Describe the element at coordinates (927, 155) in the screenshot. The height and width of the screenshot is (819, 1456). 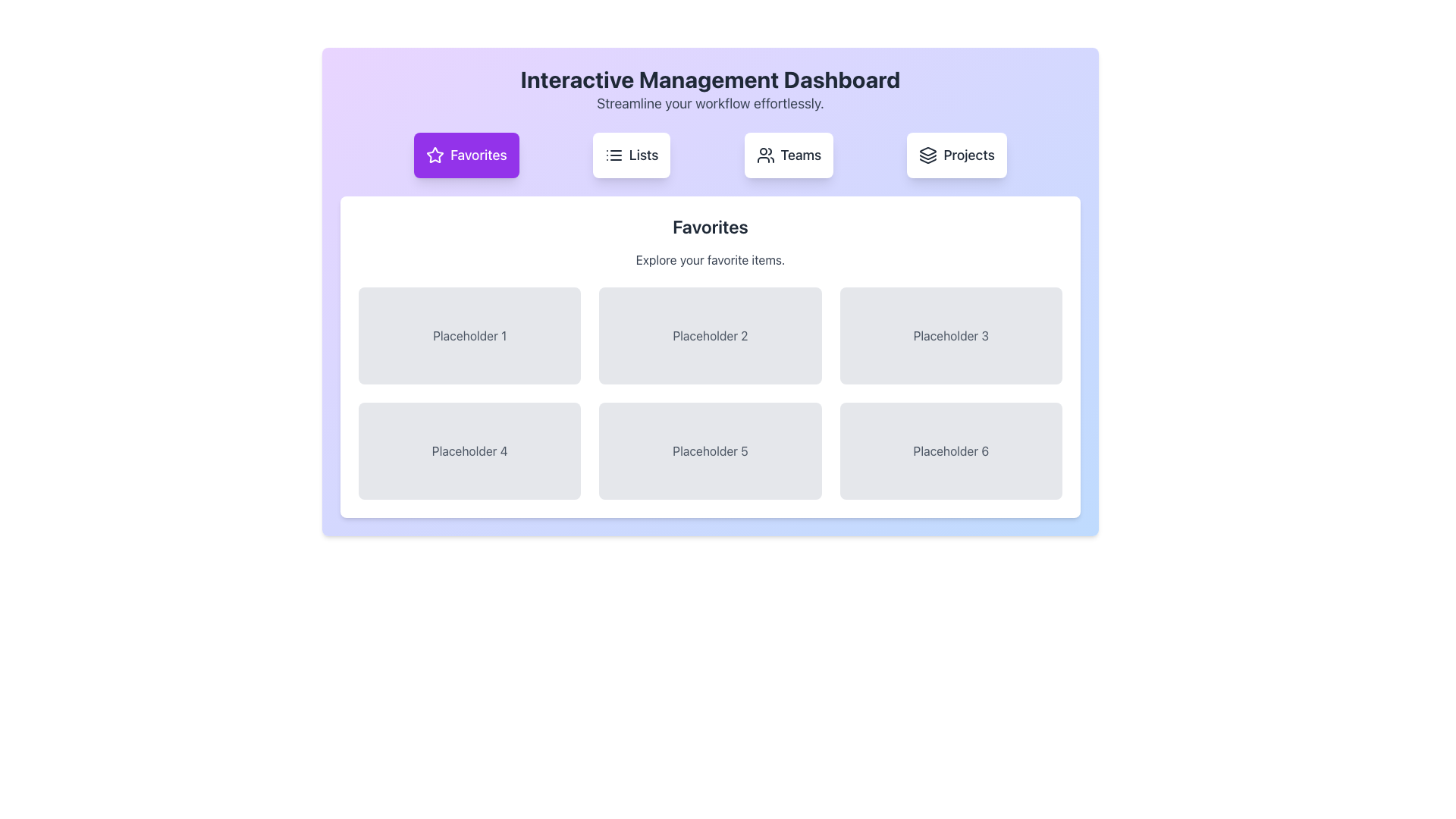
I see `the layered icon located to the left of the 'Projects' text in the header section of the interface` at that location.